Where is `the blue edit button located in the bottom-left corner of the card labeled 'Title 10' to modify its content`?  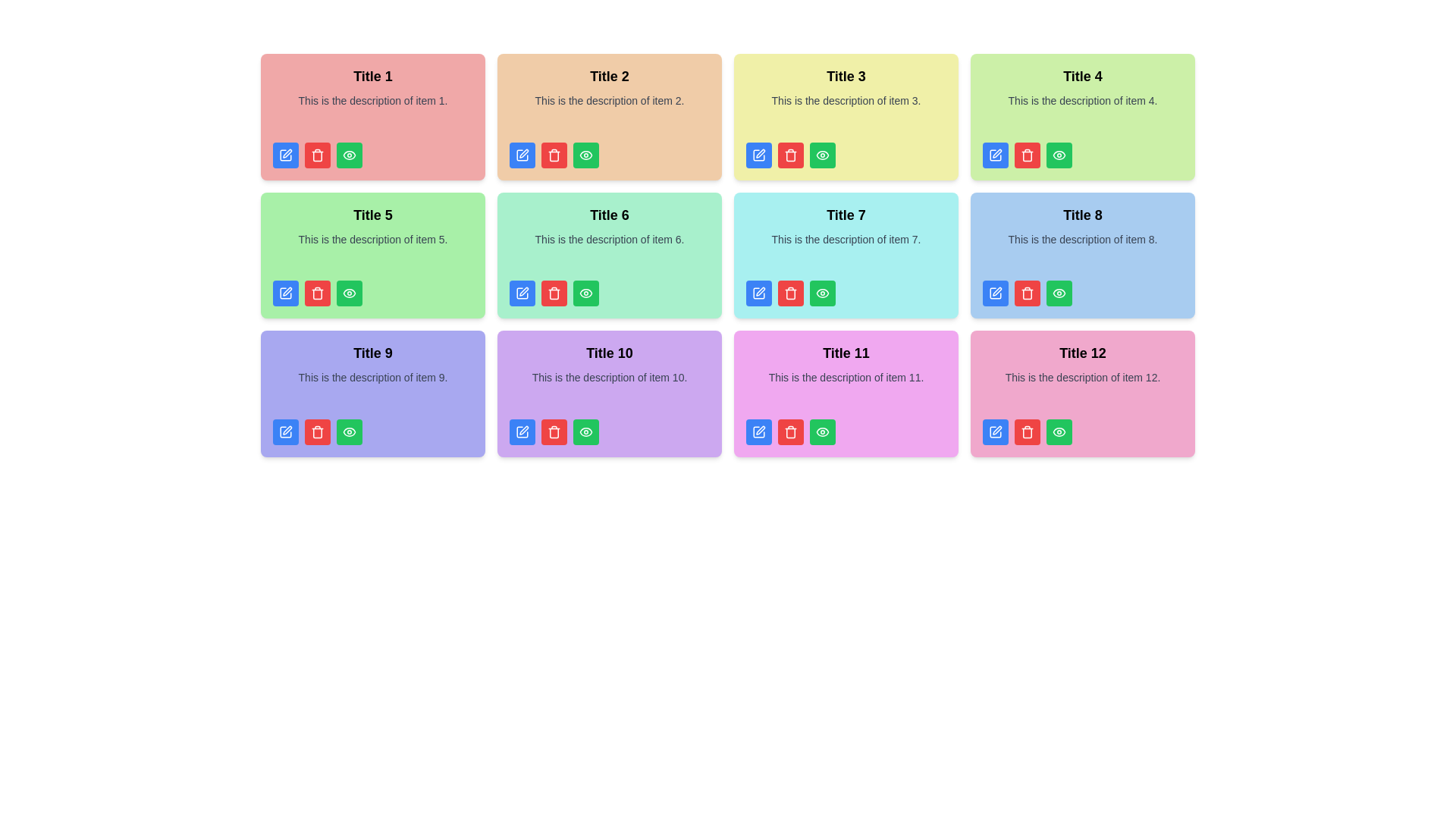
the blue edit button located in the bottom-left corner of the card labeled 'Title 10' to modify its content is located at coordinates (522, 431).